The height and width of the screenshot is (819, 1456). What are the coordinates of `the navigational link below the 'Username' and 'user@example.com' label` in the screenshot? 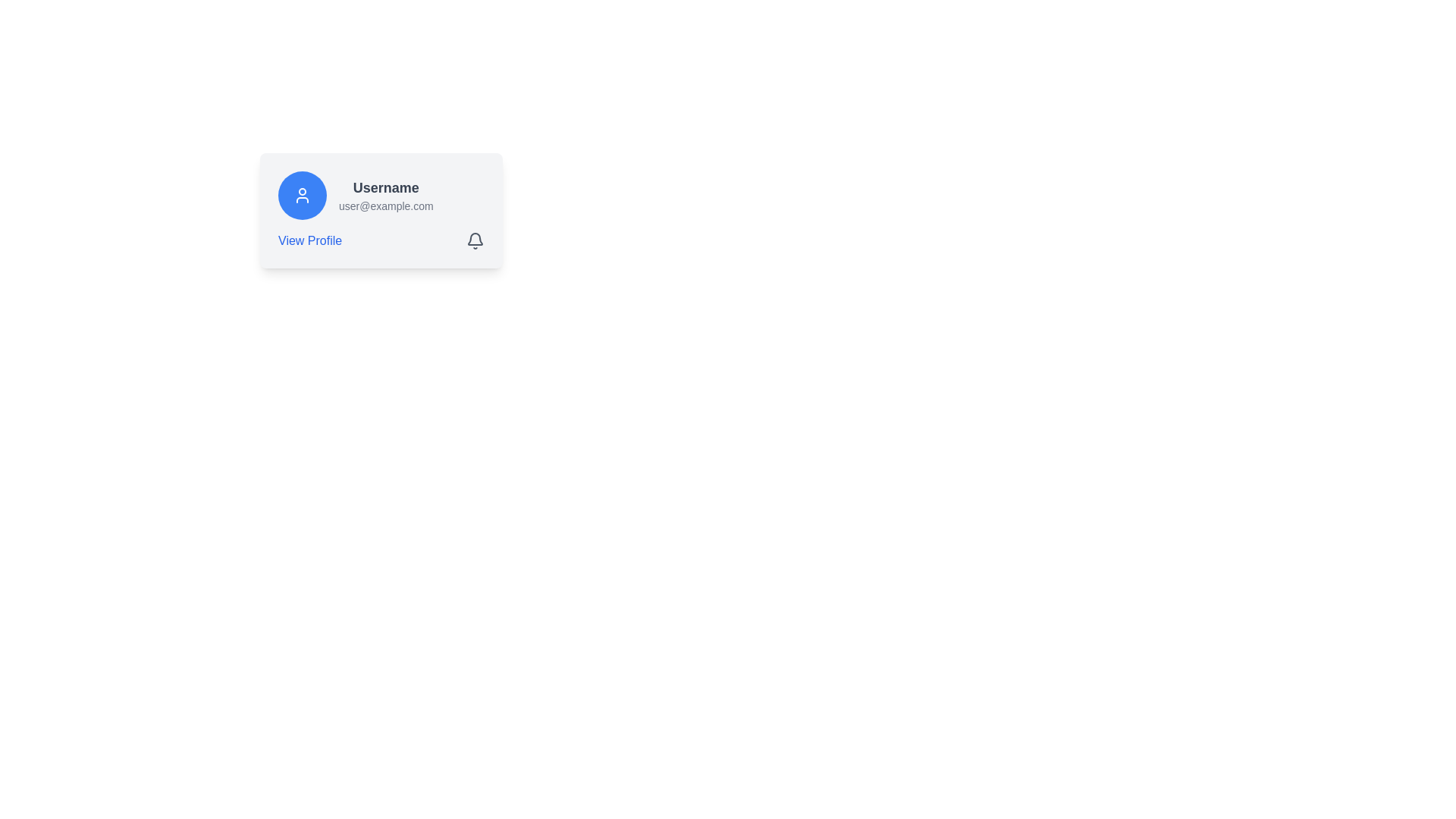 It's located at (309, 240).